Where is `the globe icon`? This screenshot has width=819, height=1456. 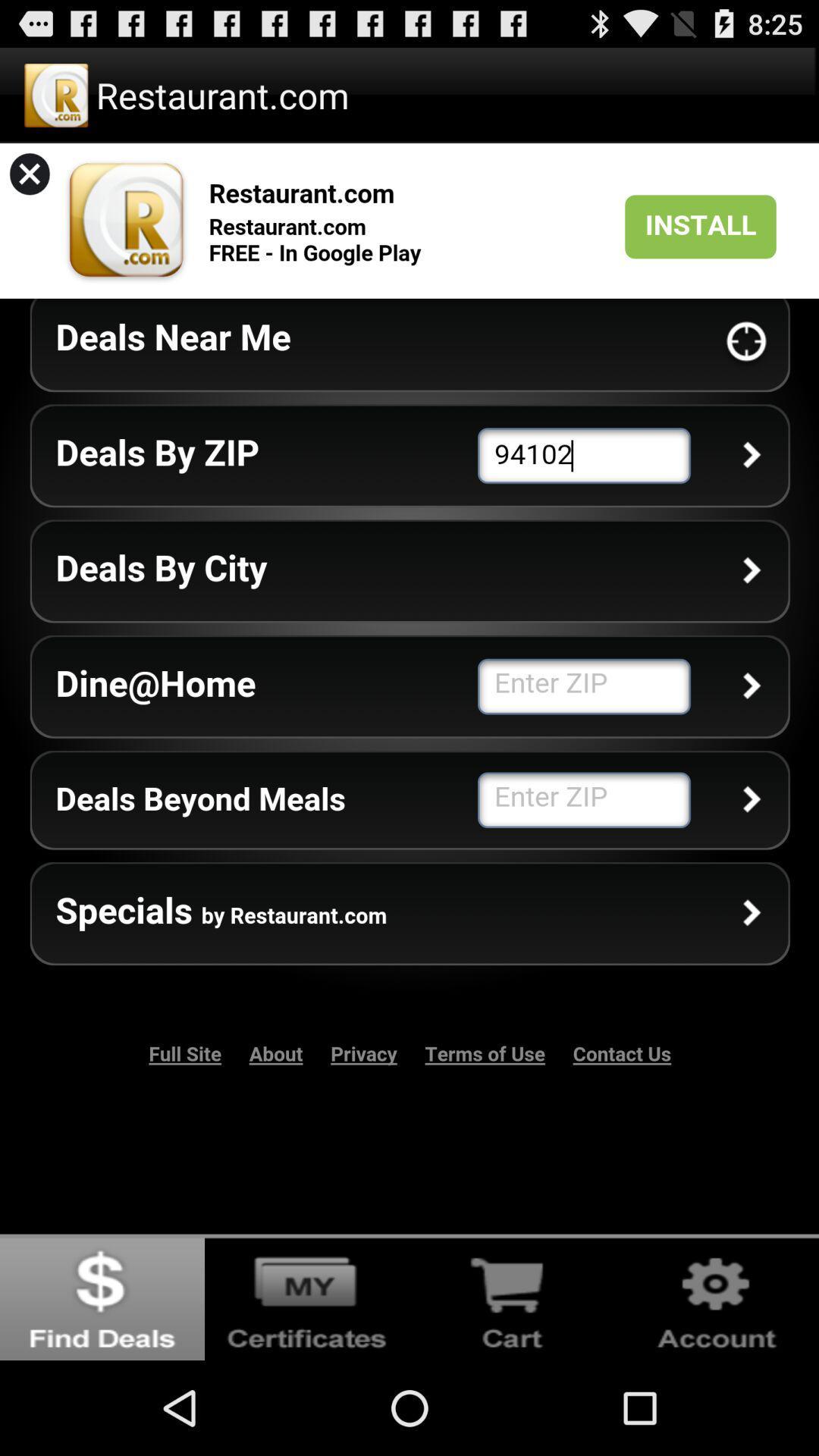 the globe icon is located at coordinates (102, 1388).